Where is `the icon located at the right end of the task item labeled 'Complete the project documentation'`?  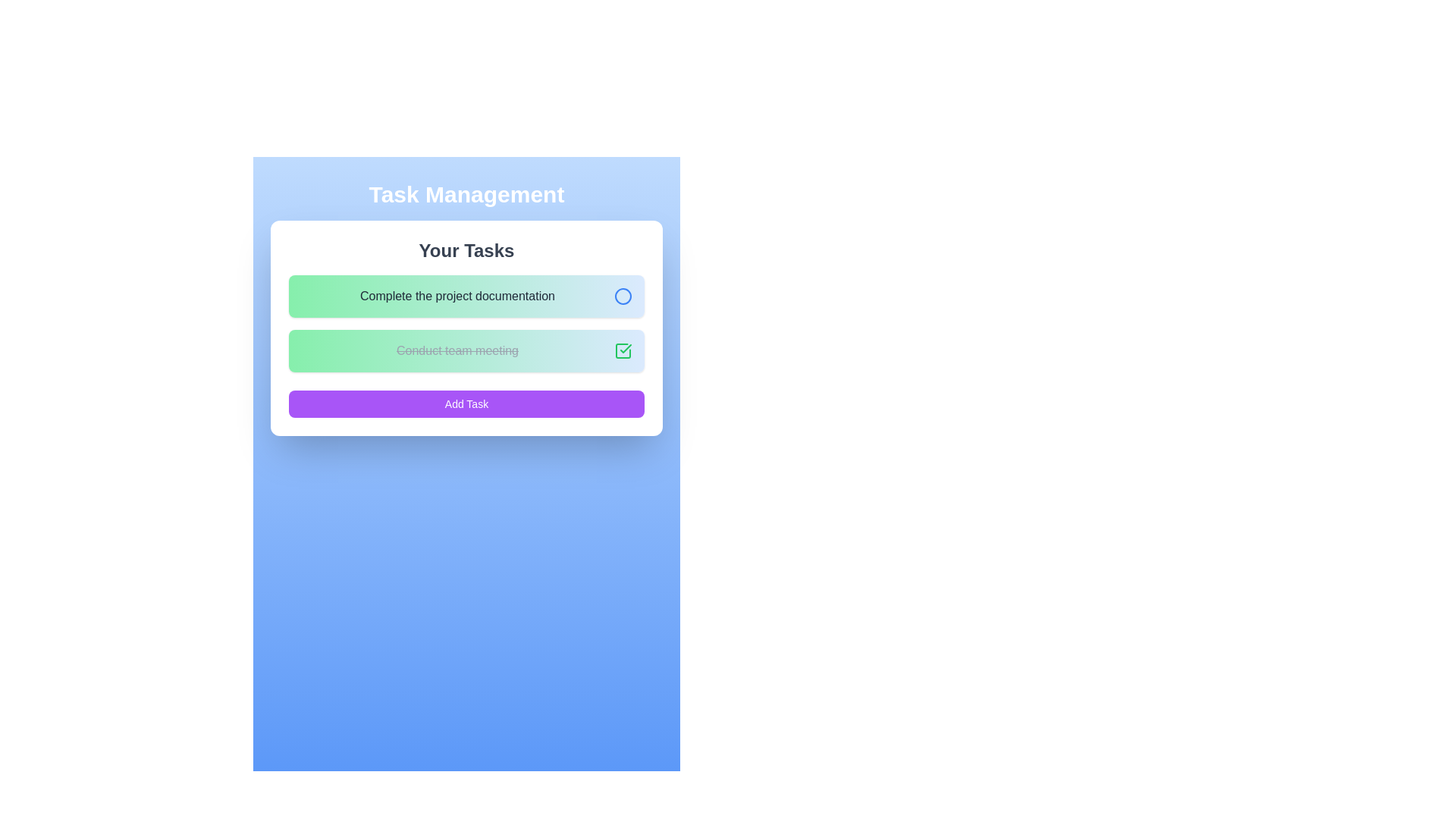
the icon located at the right end of the task item labeled 'Complete the project documentation' is located at coordinates (623, 296).